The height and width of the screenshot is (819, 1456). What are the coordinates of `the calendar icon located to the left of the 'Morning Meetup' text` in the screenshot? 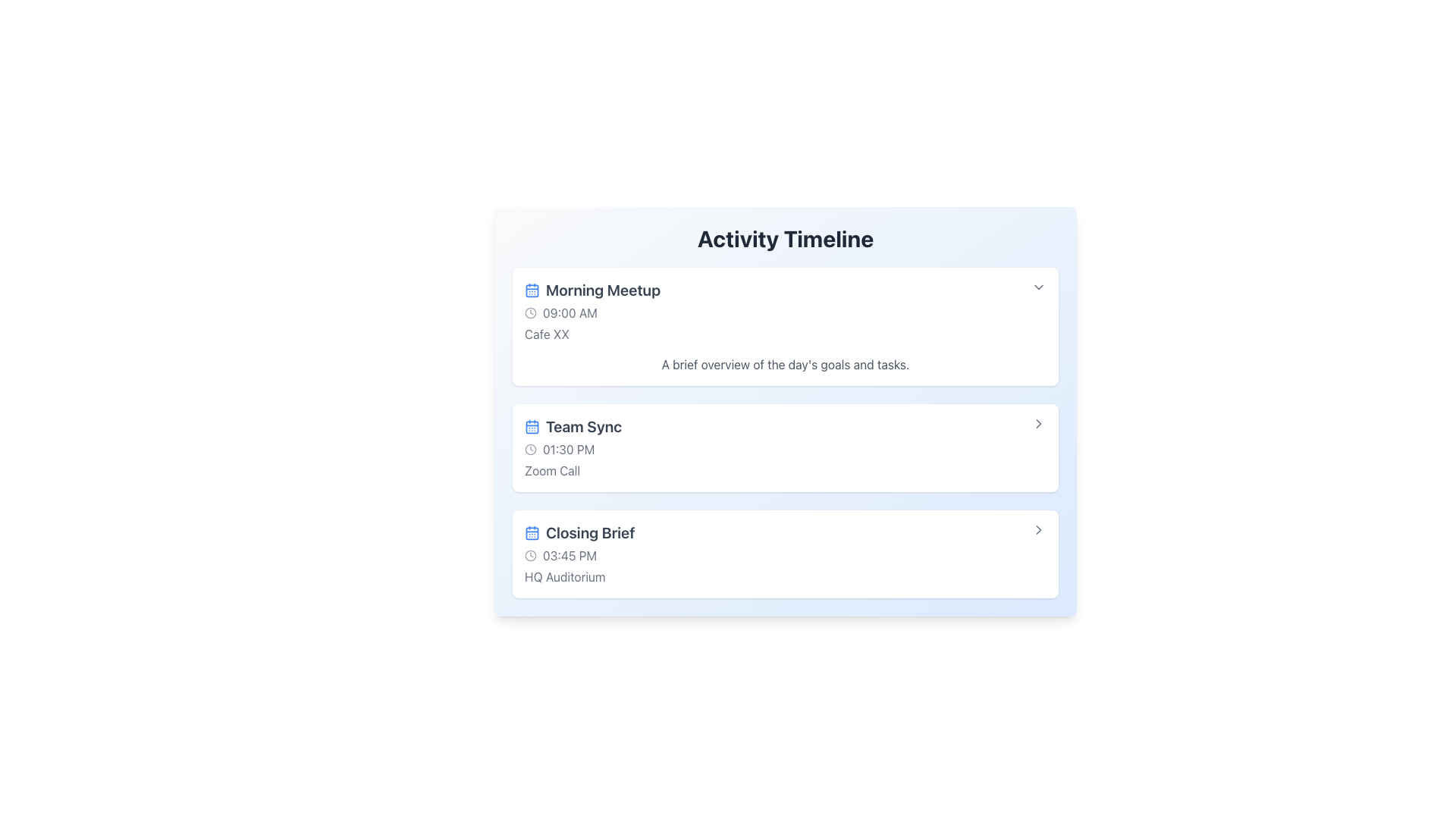 It's located at (532, 290).